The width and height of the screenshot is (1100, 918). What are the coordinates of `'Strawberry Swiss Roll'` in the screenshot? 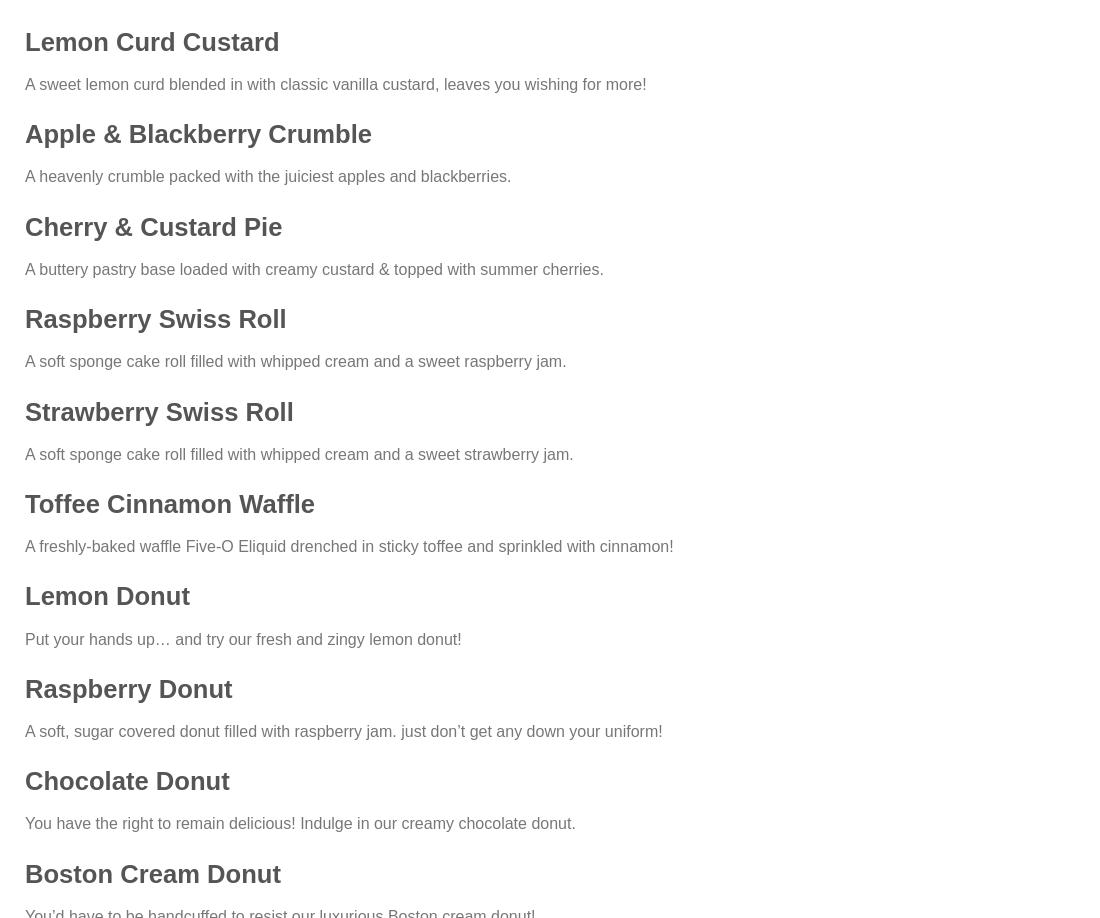 It's located at (157, 409).